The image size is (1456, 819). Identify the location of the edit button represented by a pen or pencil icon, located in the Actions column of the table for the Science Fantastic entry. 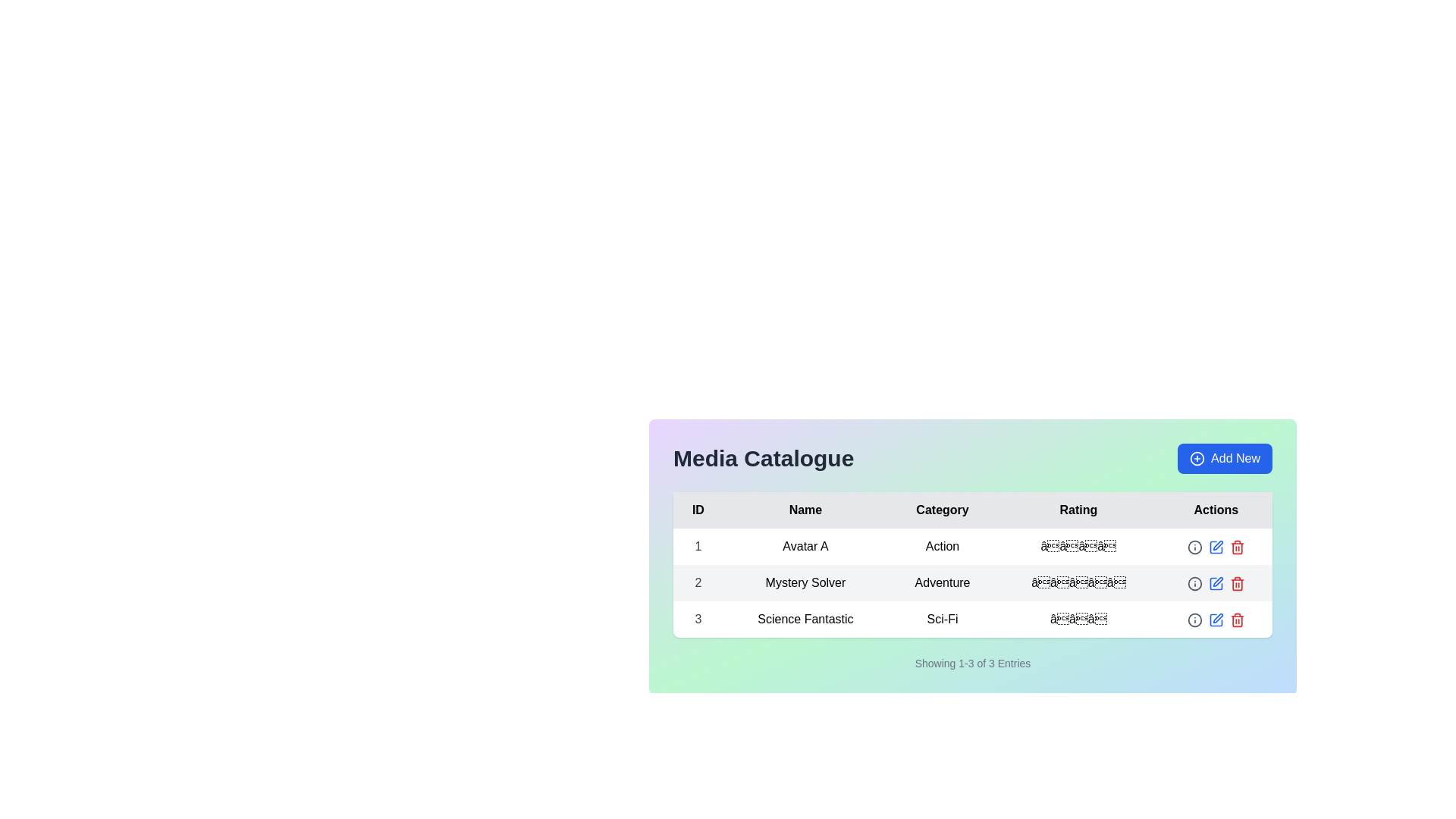
(1216, 620).